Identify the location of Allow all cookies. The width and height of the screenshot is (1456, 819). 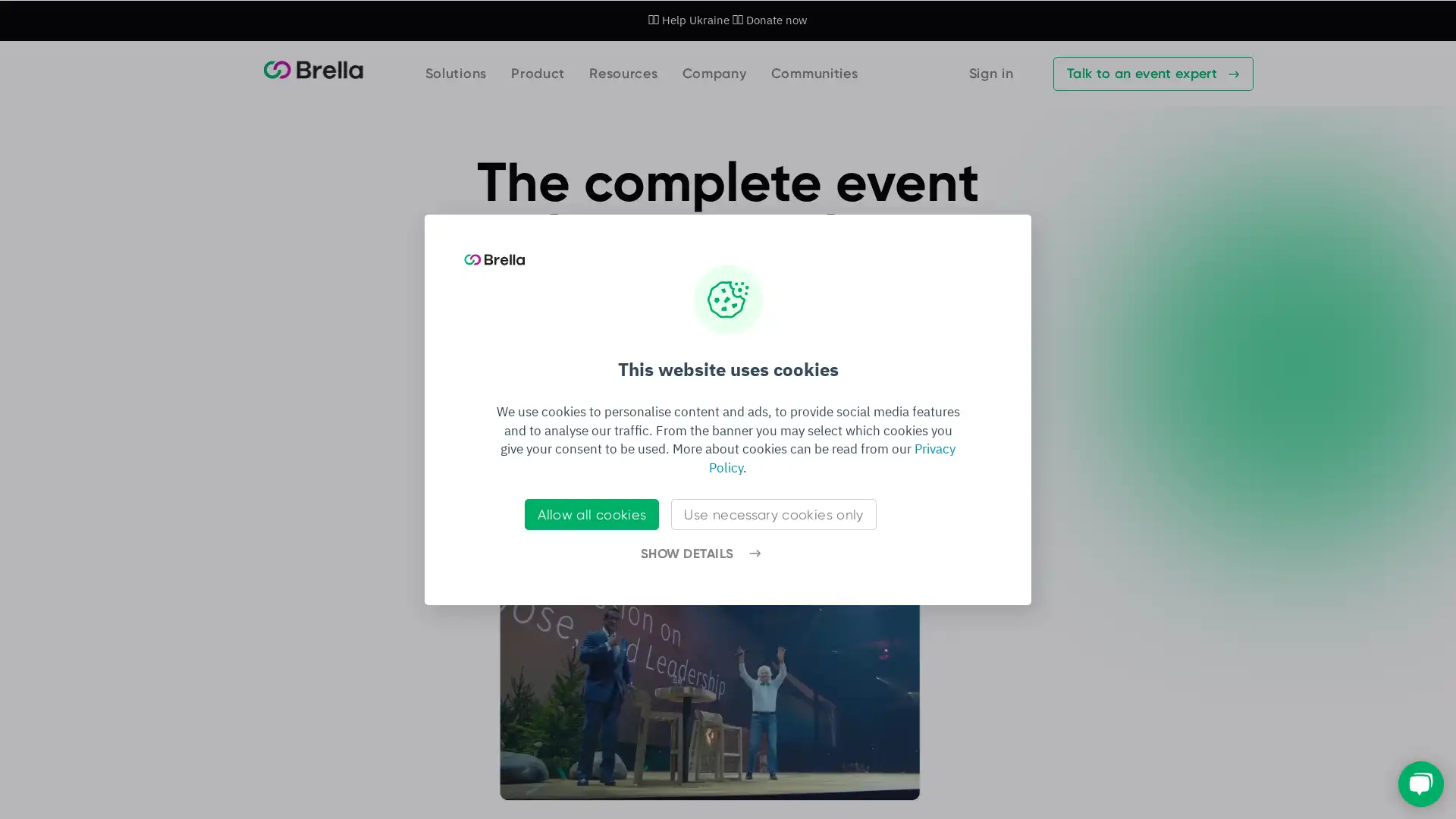
(591, 513).